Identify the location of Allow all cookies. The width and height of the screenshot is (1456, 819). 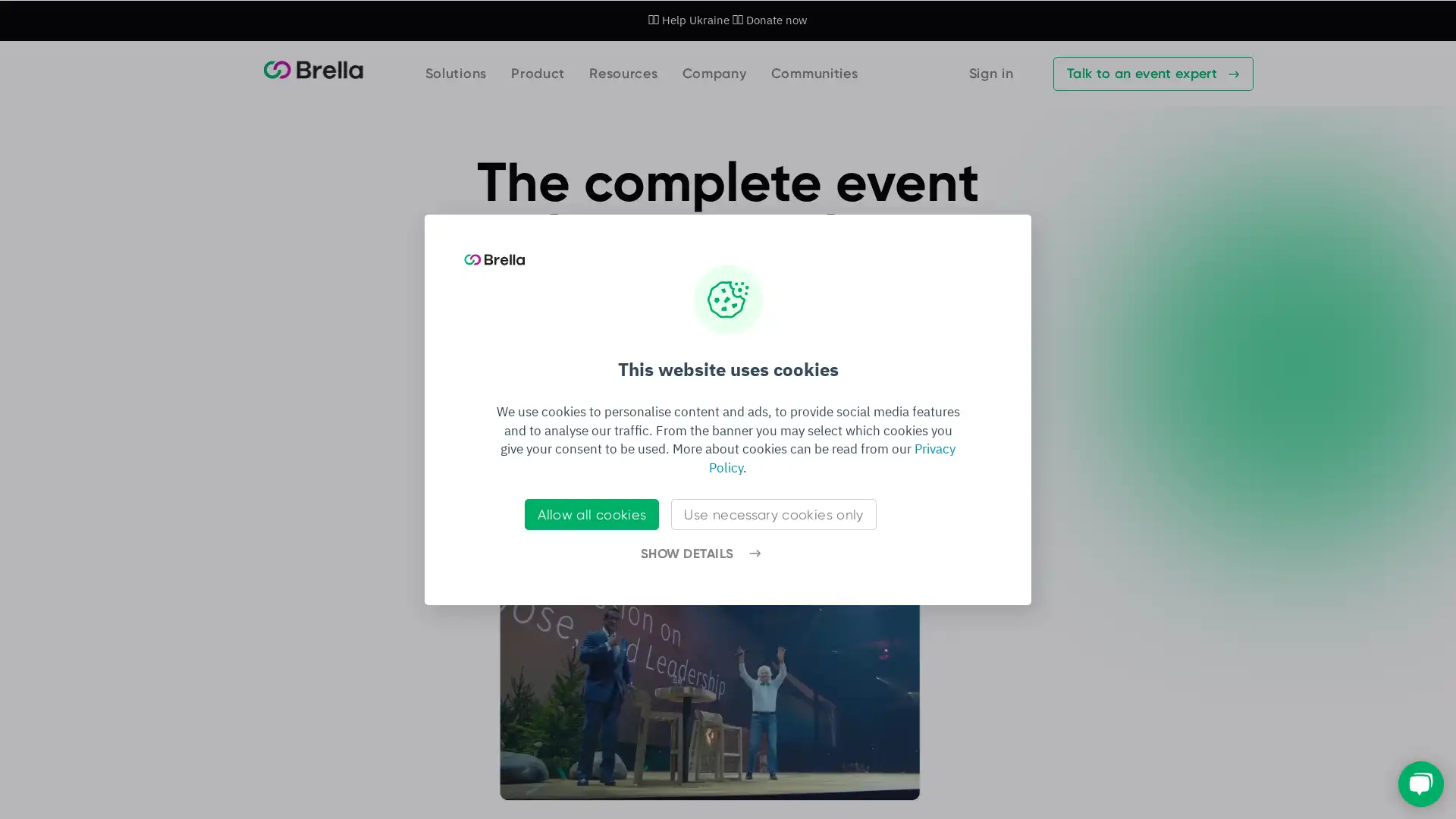
(591, 513).